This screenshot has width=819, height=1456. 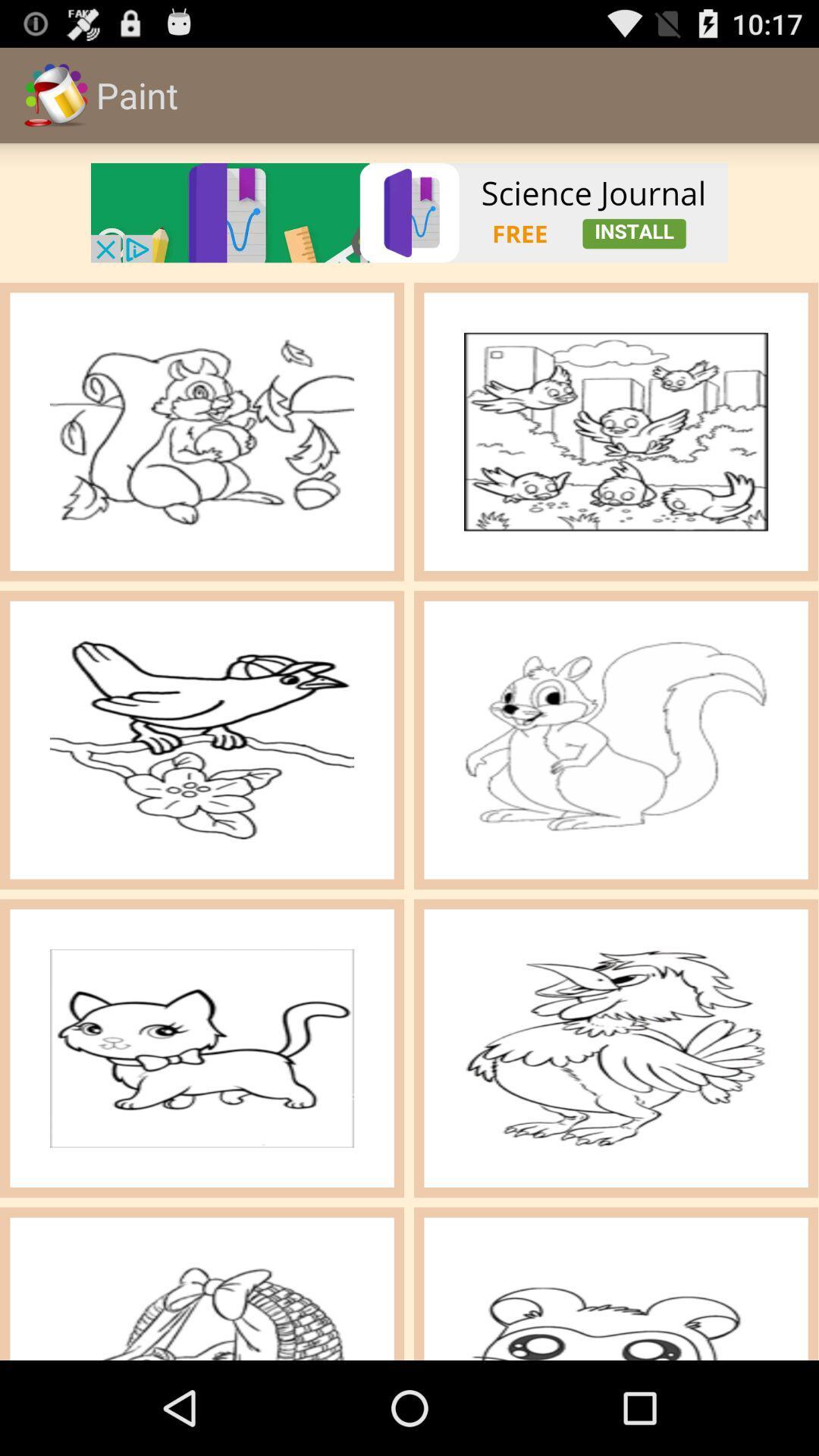 I want to click on details about advertisement, so click(x=409, y=212).